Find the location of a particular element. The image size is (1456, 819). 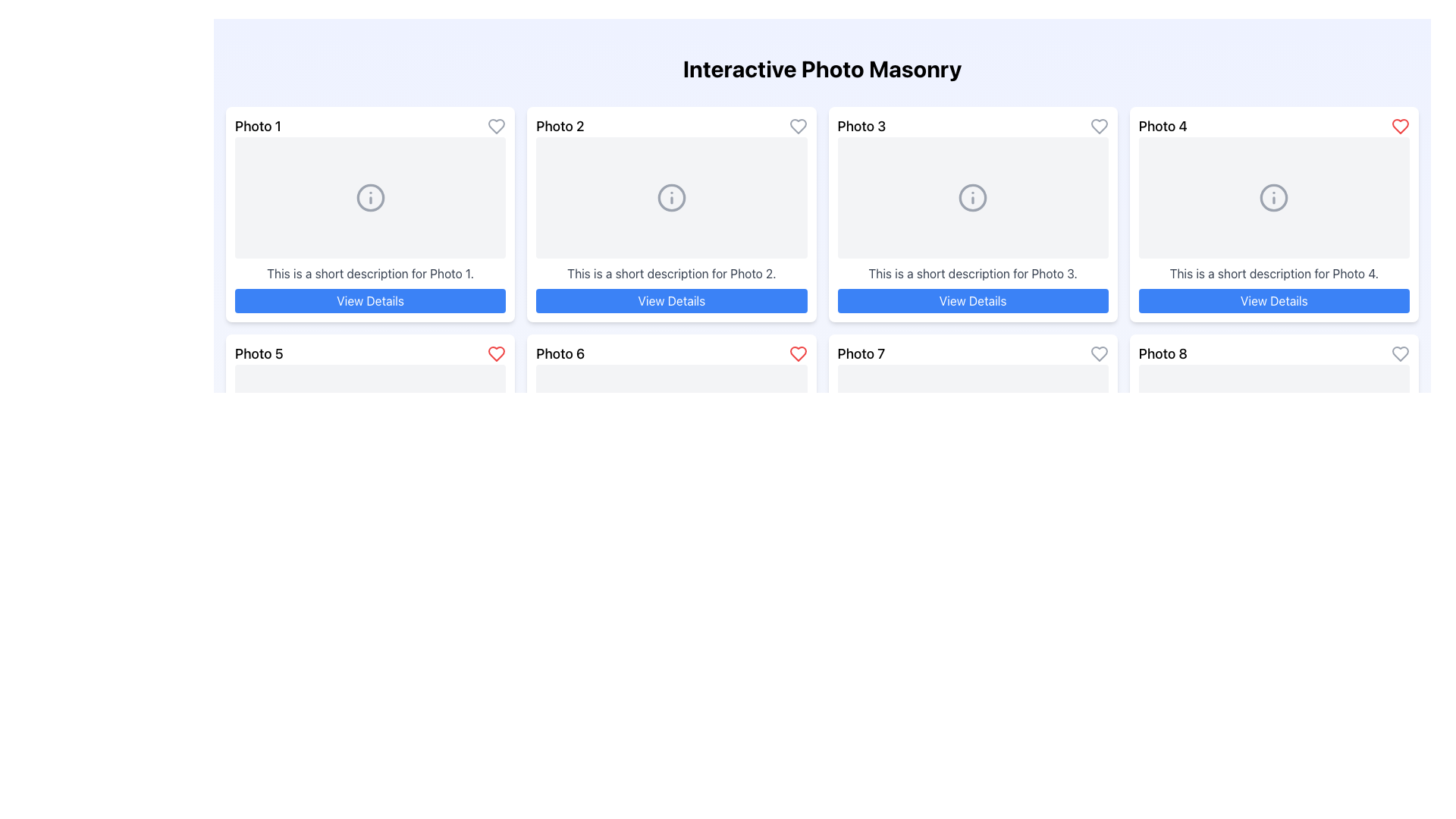

the circular gray information icon with an 'i' in the center, located in the second card from the left in the top row of the grid layout is located at coordinates (670, 197).